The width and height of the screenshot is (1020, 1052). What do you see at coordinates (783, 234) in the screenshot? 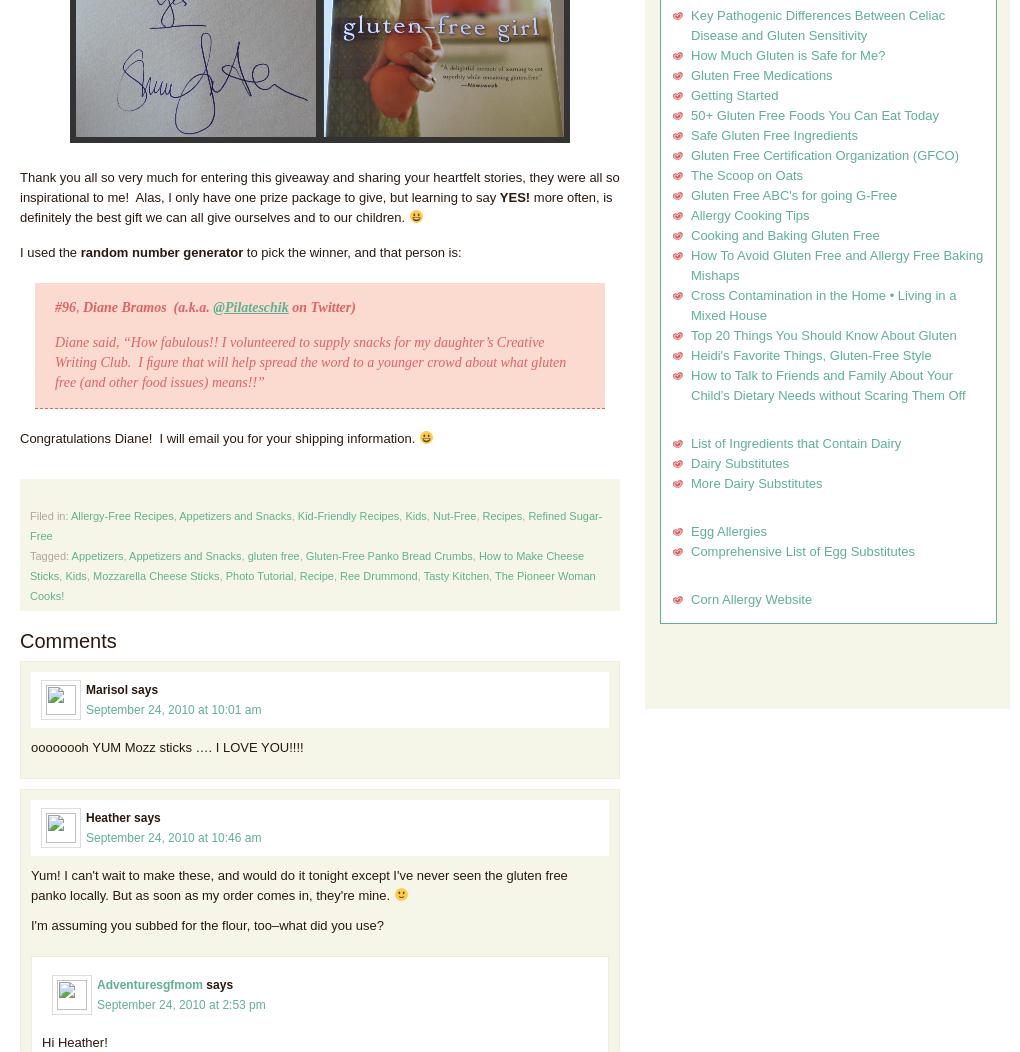
I see `'Cooking and Baking Gluten Free'` at bounding box center [783, 234].